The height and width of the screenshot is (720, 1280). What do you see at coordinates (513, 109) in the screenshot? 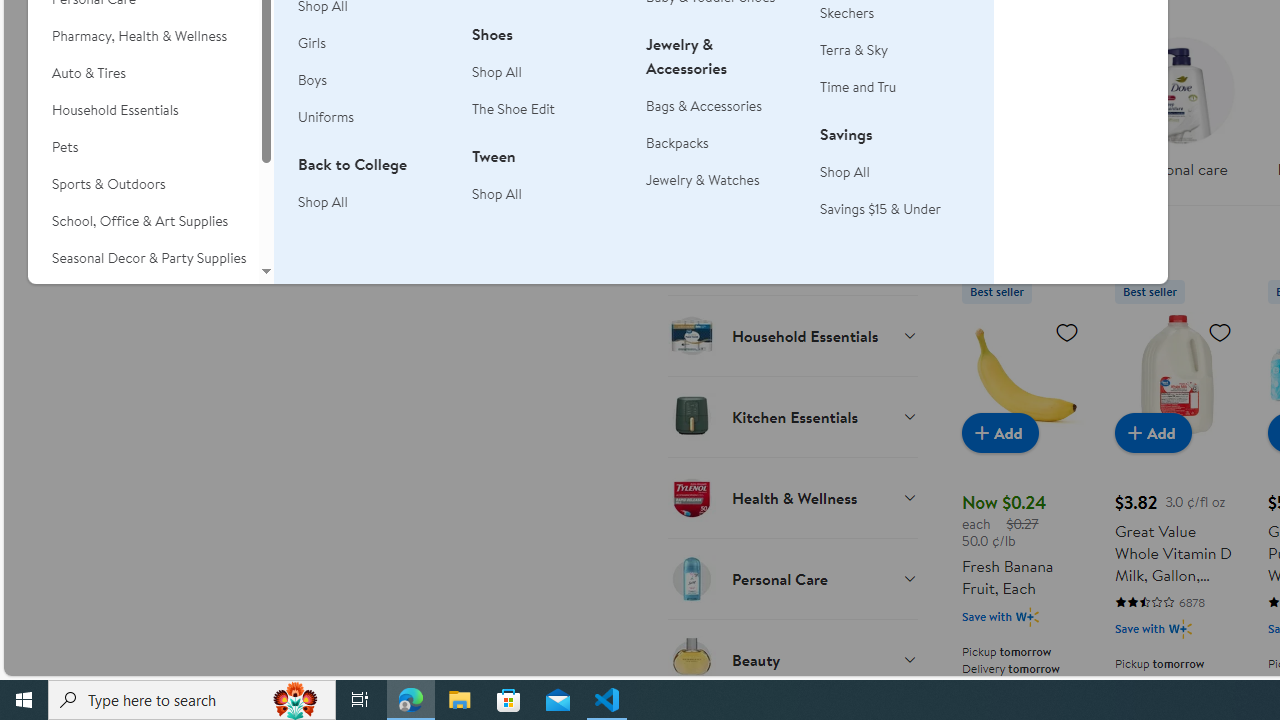
I see `'The Shoe Edit'` at bounding box center [513, 109].